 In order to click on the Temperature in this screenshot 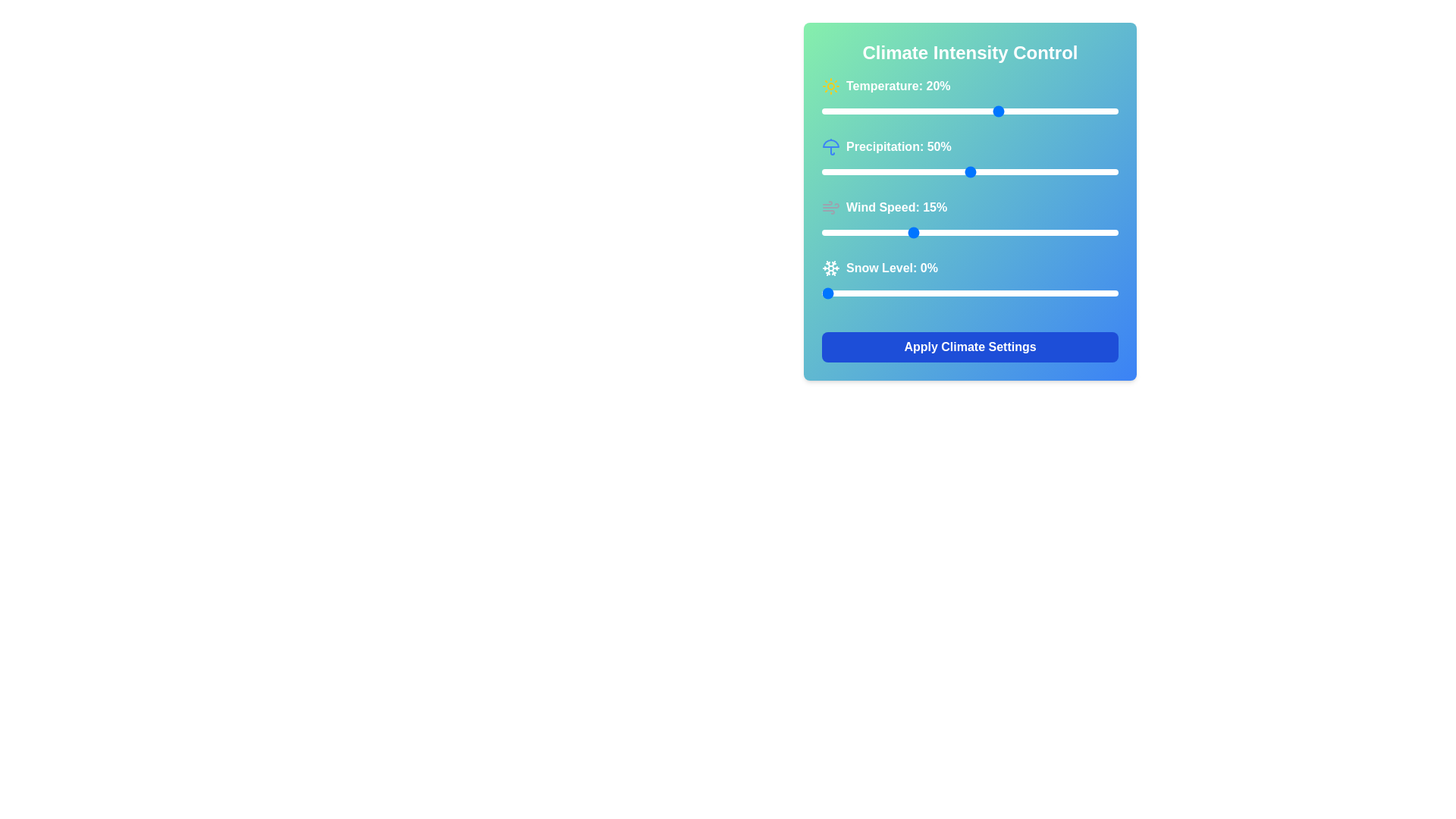, I will do `click(899, 110)`.